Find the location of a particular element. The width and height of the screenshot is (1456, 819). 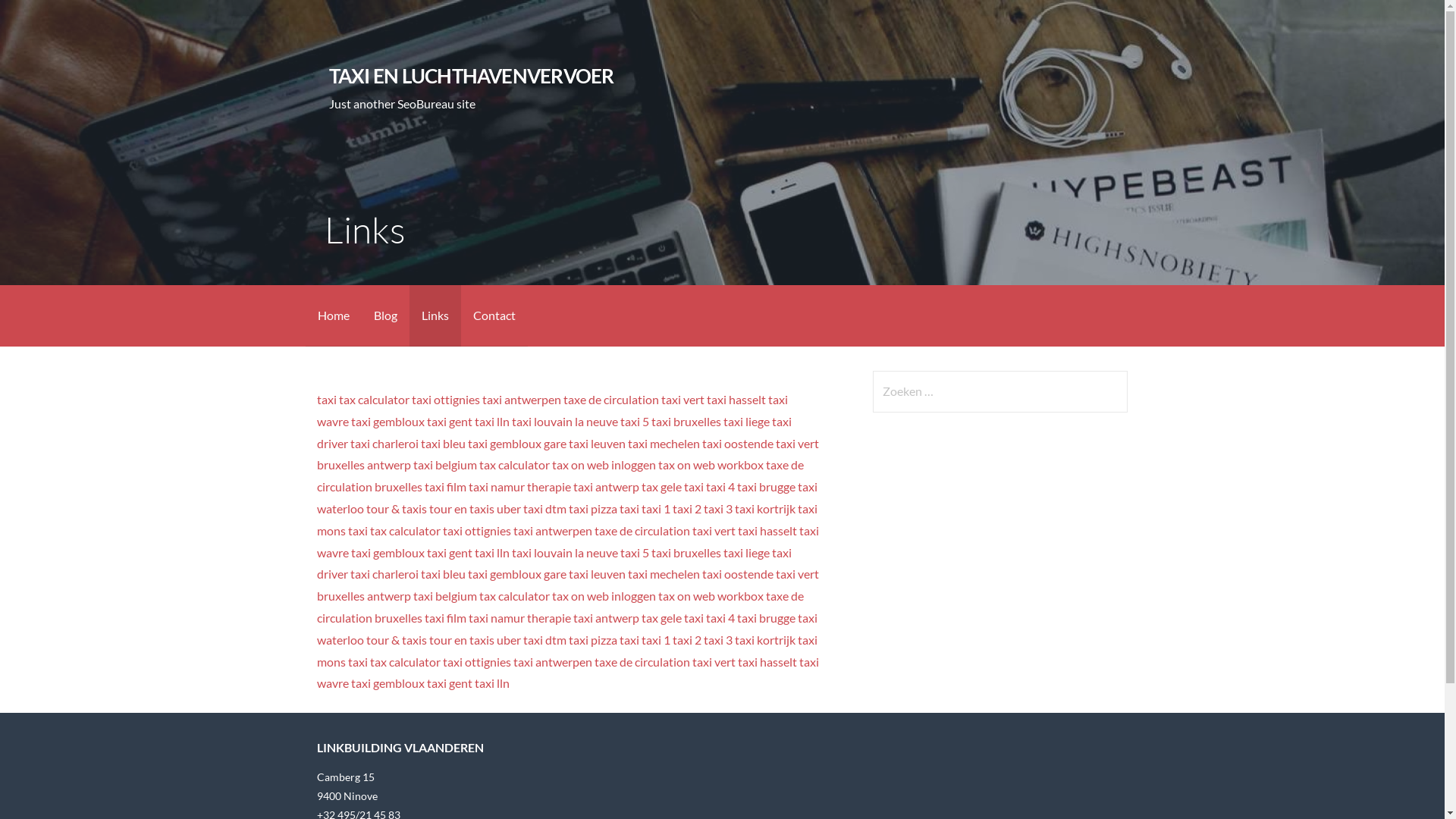

'taxi 4' is located at coordinates (720, 486).